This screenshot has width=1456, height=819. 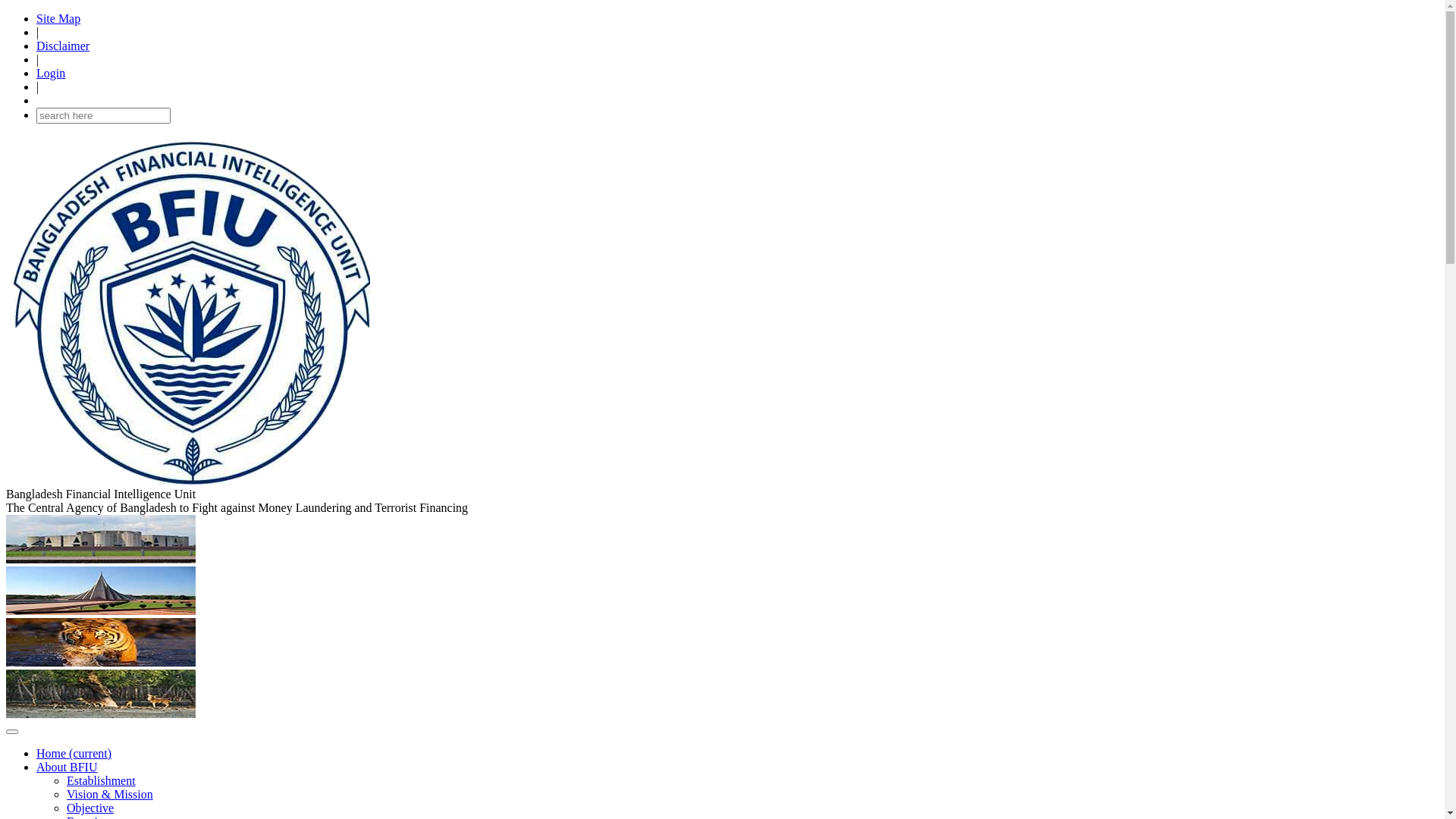 What do you see at coordinates (73, 753) in the screenshot?
I see `'Home (current)'` at bounding box center [73, 753].